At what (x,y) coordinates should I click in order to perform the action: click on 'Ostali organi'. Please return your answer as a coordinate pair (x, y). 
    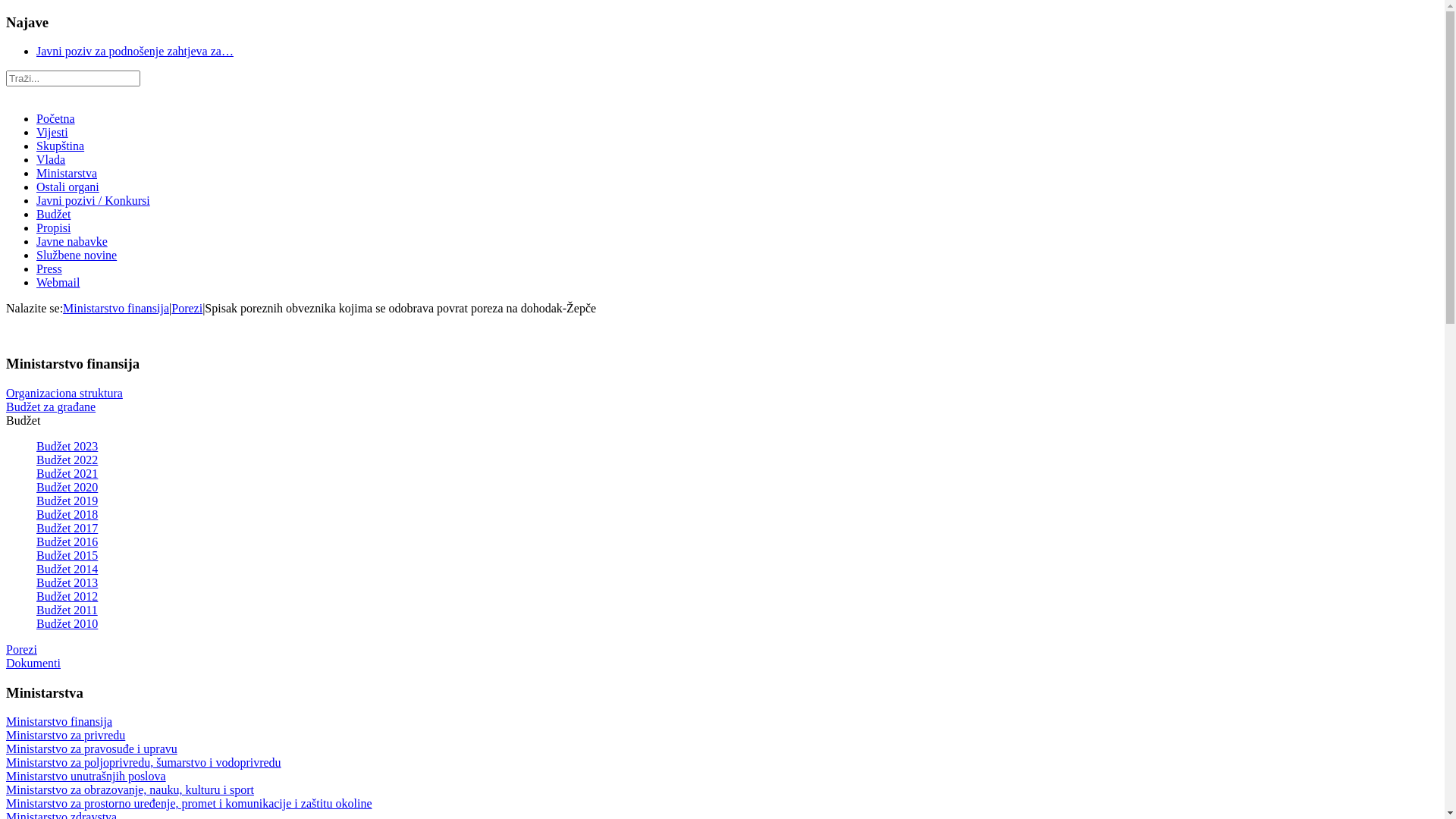
    Looking at the image, I should click on (67, 186).